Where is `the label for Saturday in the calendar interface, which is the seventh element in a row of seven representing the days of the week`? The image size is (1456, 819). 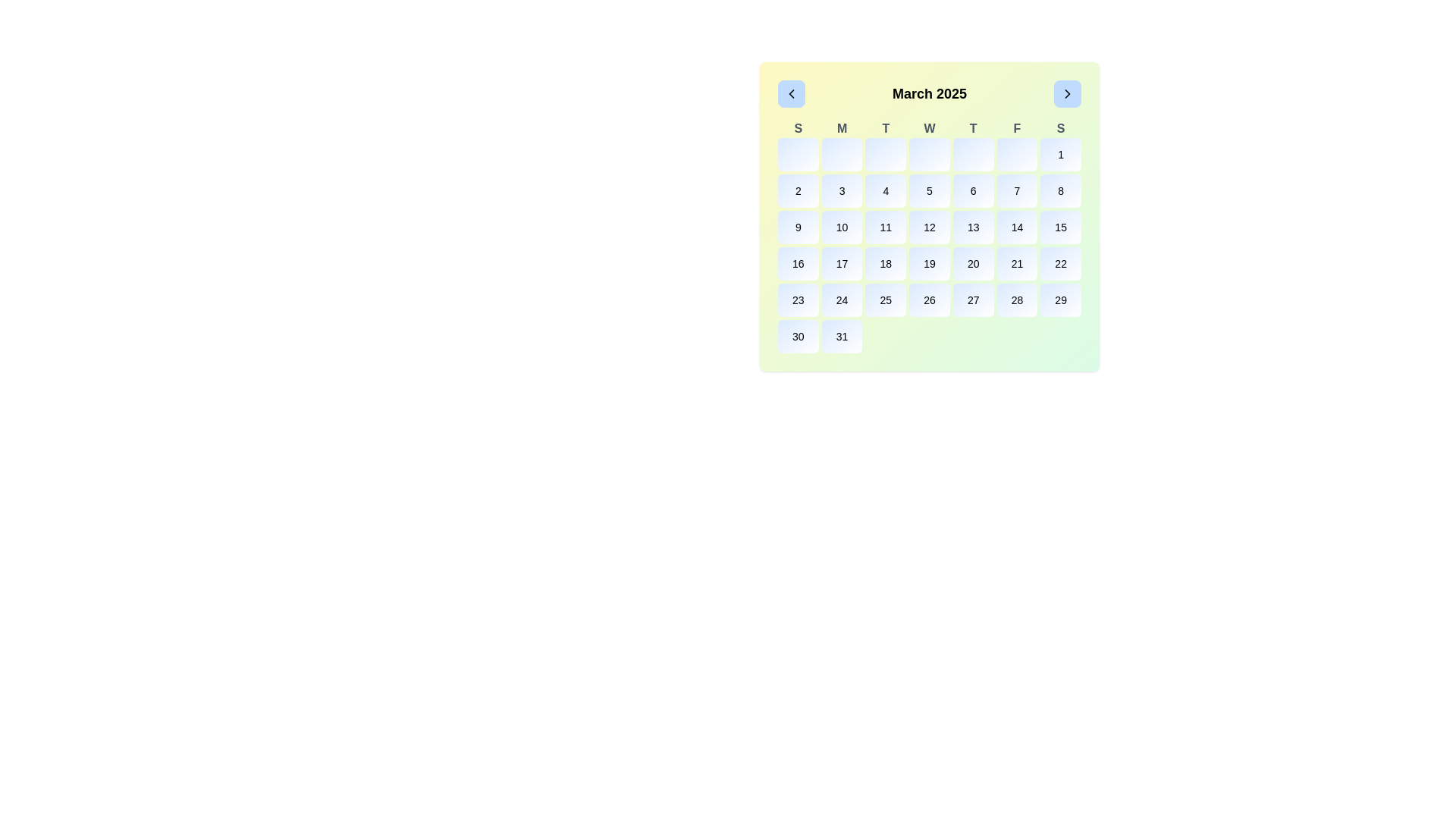 the label for Saturday in the calendar interface, which is the seventh element in a row of seven representing the days of the week is located at coordinates (1060, 127).